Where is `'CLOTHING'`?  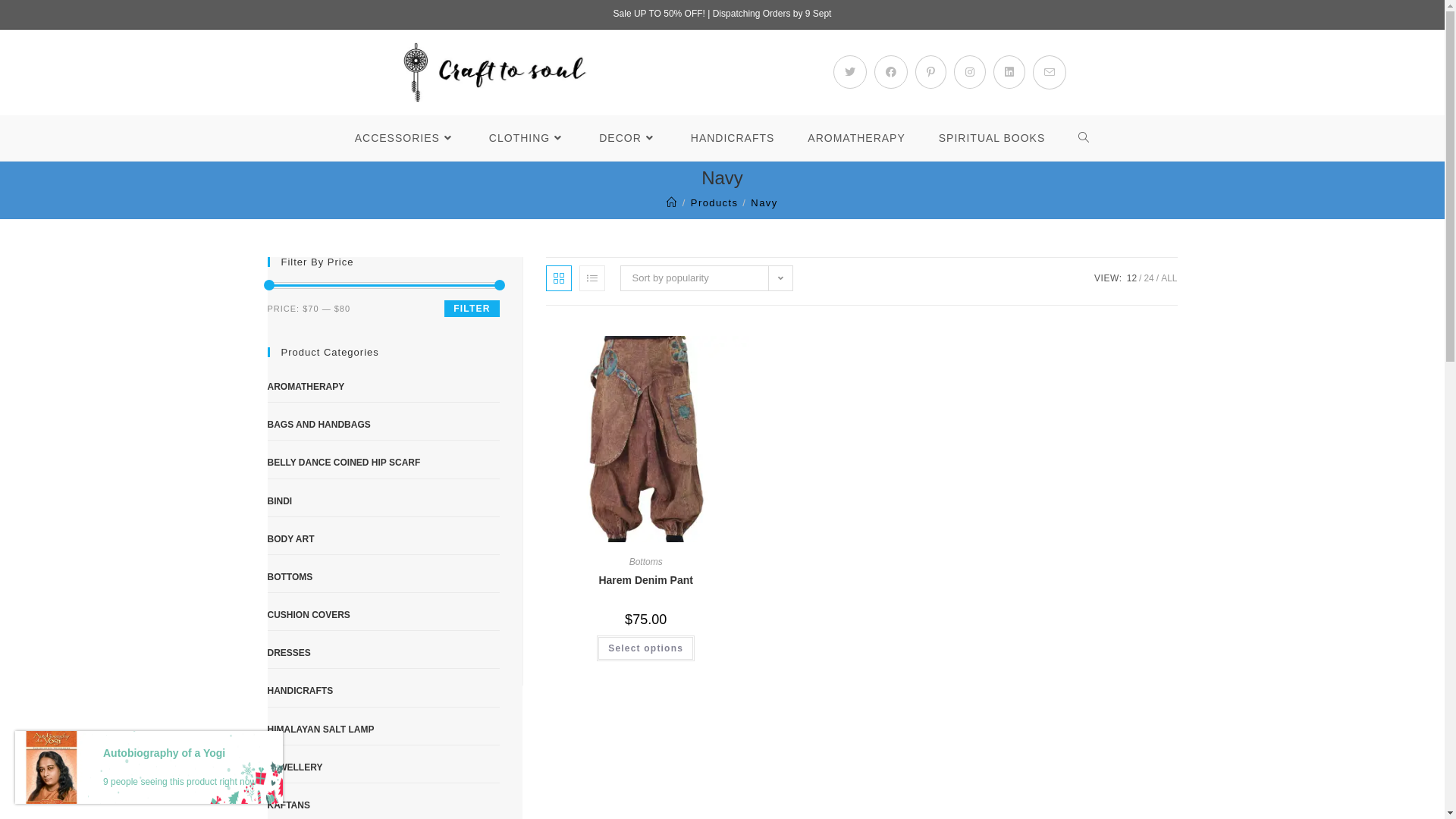
'CLOTHING' is located at coordinates (527, 137).